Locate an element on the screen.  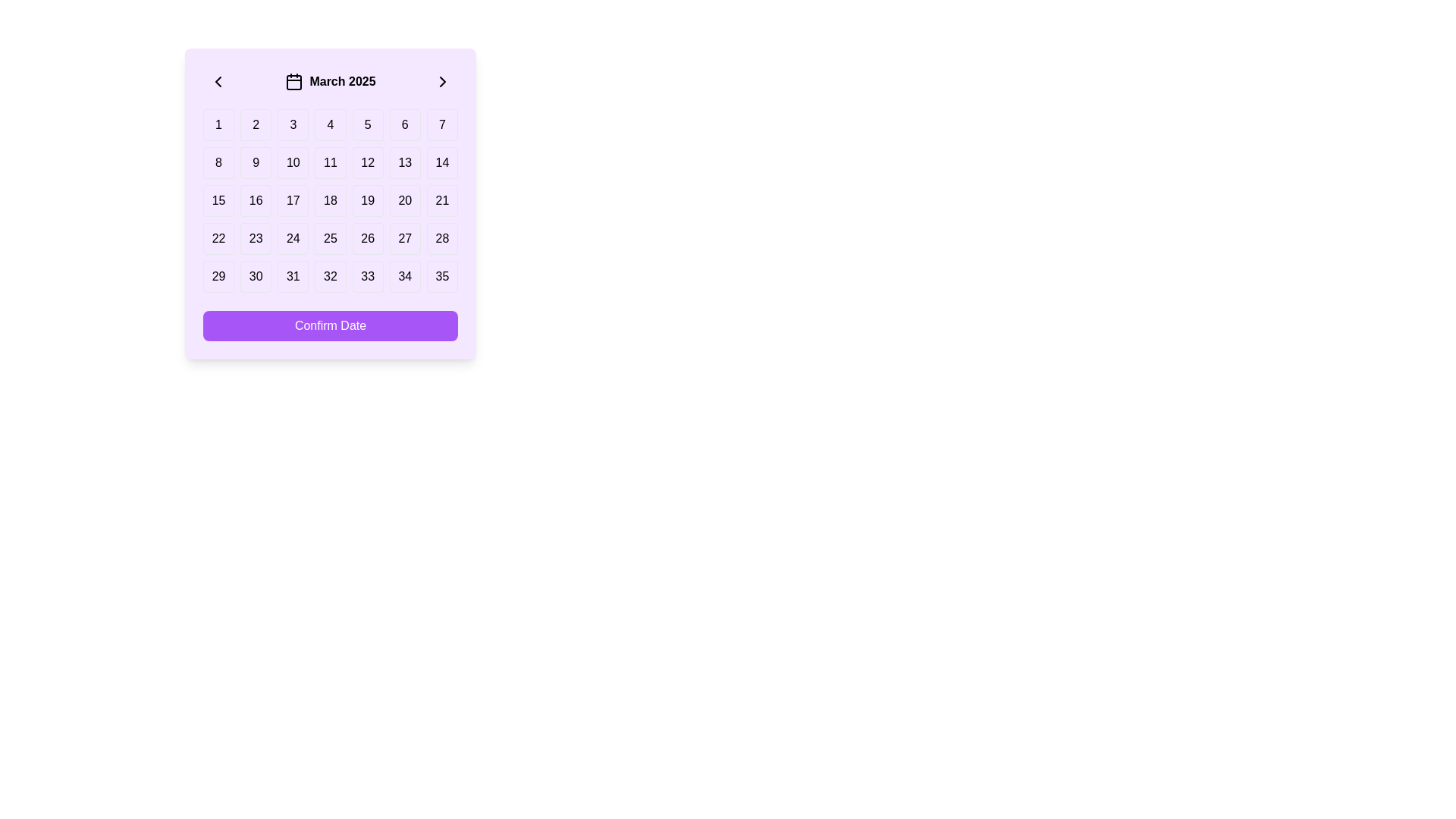
the button representing the day '4' in the calendar is located at coordinates (330, 124).